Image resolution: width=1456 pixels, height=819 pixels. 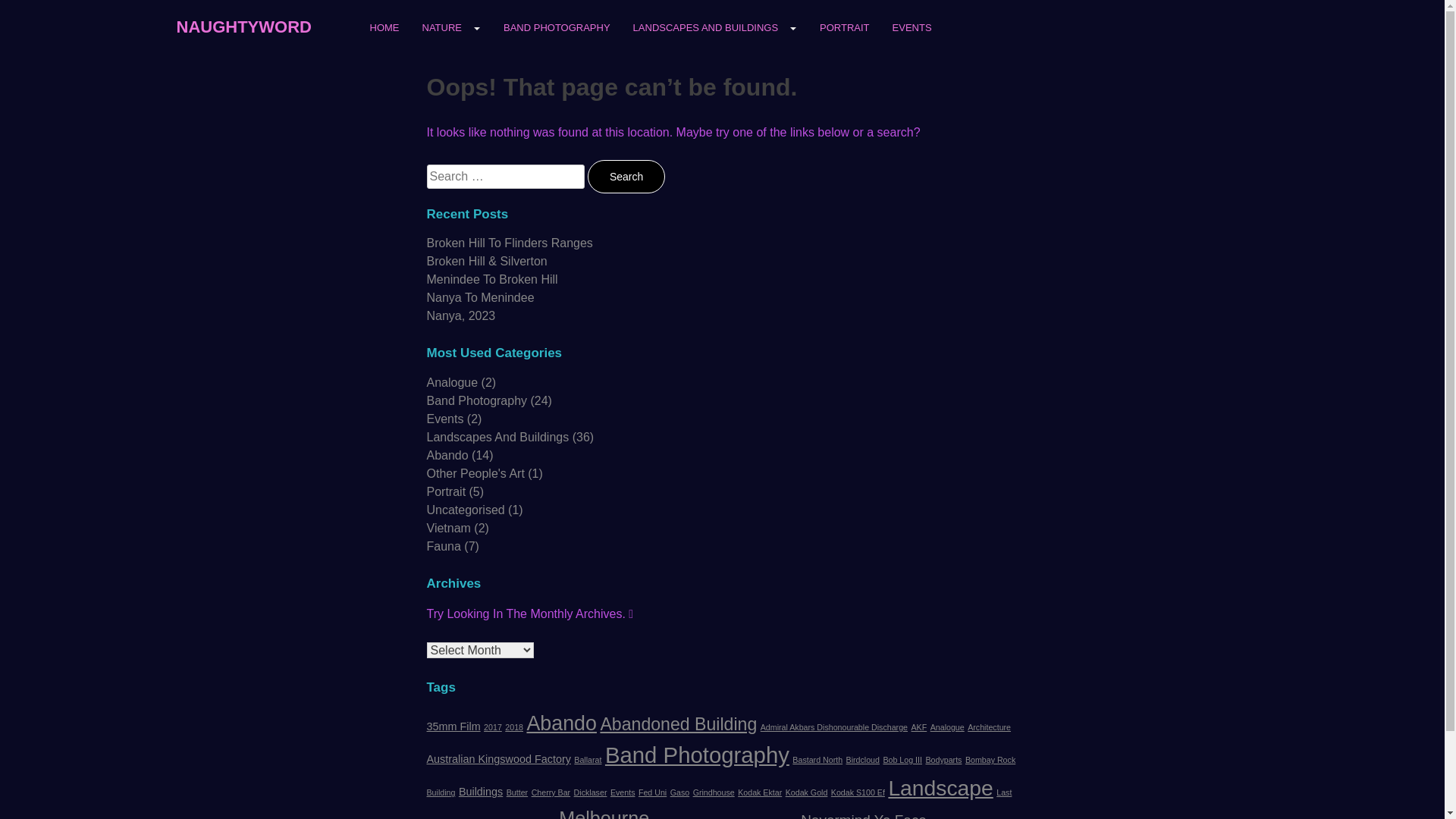 I want to click on 'Australian Kingswood Factory', so click(x=498, y=759).